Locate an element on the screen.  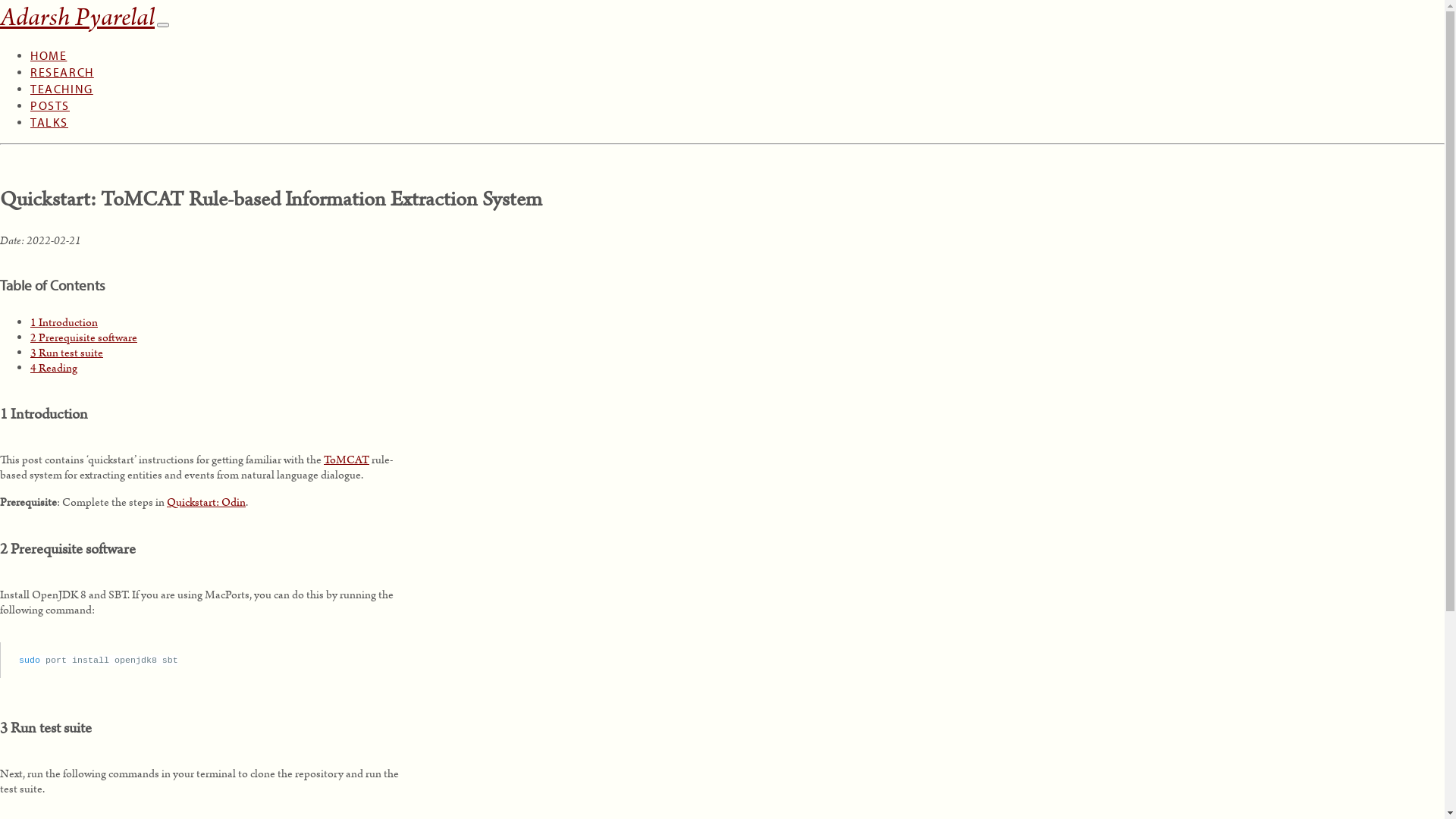
'2 Prerequisite software' is located at coordinates (83, 336).